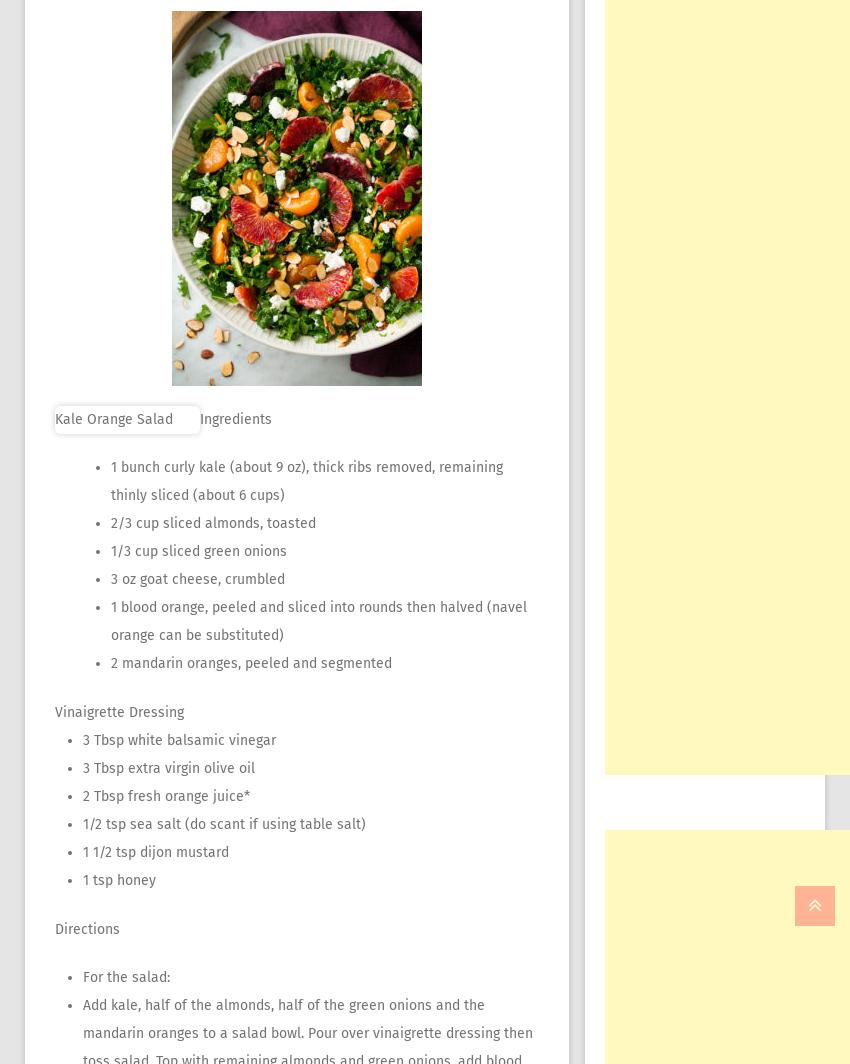  I want to click on '3 Tbsp extra virgin olive oil', so click(168, 768).